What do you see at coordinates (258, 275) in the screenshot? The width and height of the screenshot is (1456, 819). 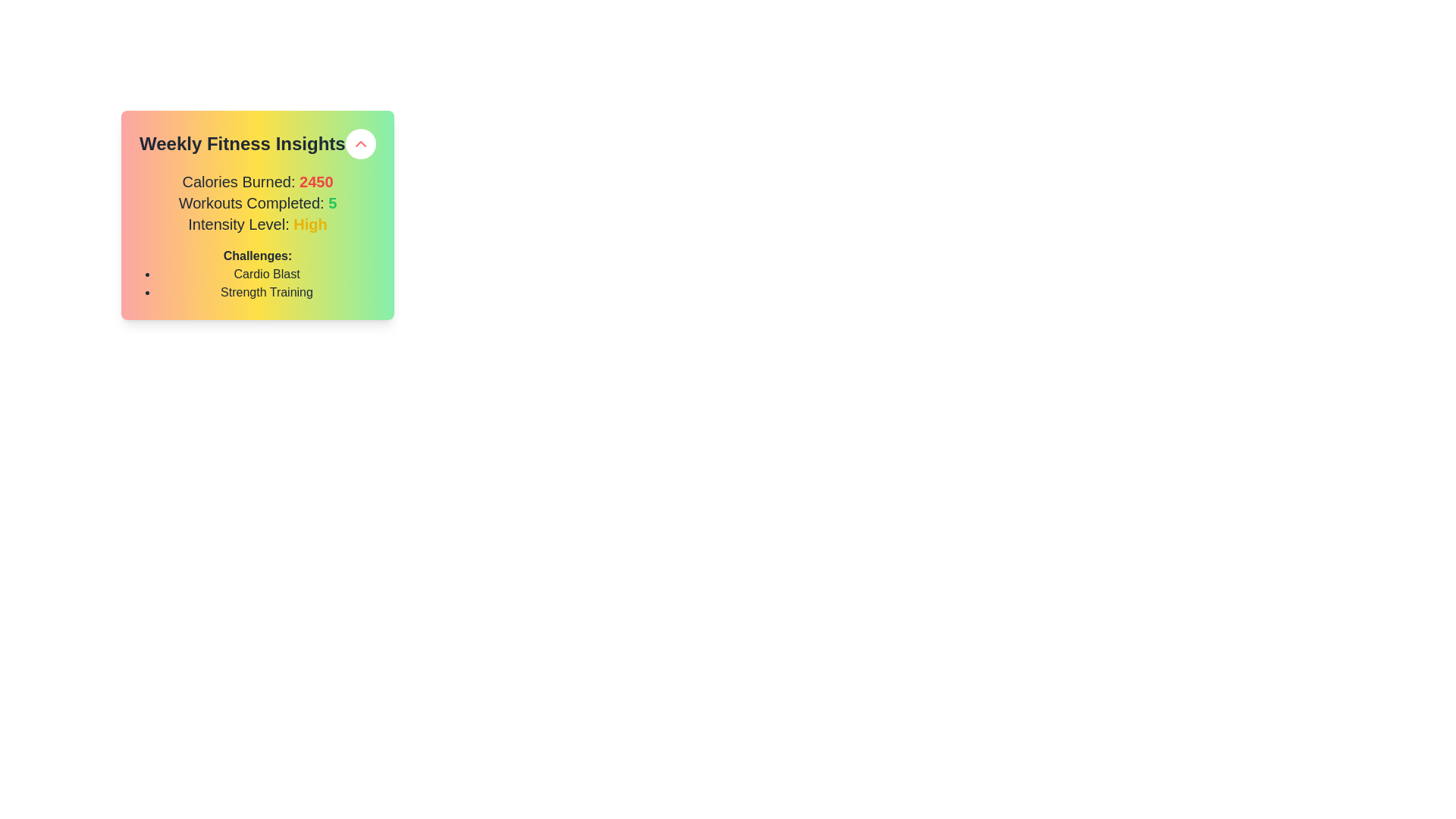 I see `text block that lists challenges or activities related to the user's fitness program, located in the card component below the 'Intensity Level: High' text` at bounding box center [258, 275].